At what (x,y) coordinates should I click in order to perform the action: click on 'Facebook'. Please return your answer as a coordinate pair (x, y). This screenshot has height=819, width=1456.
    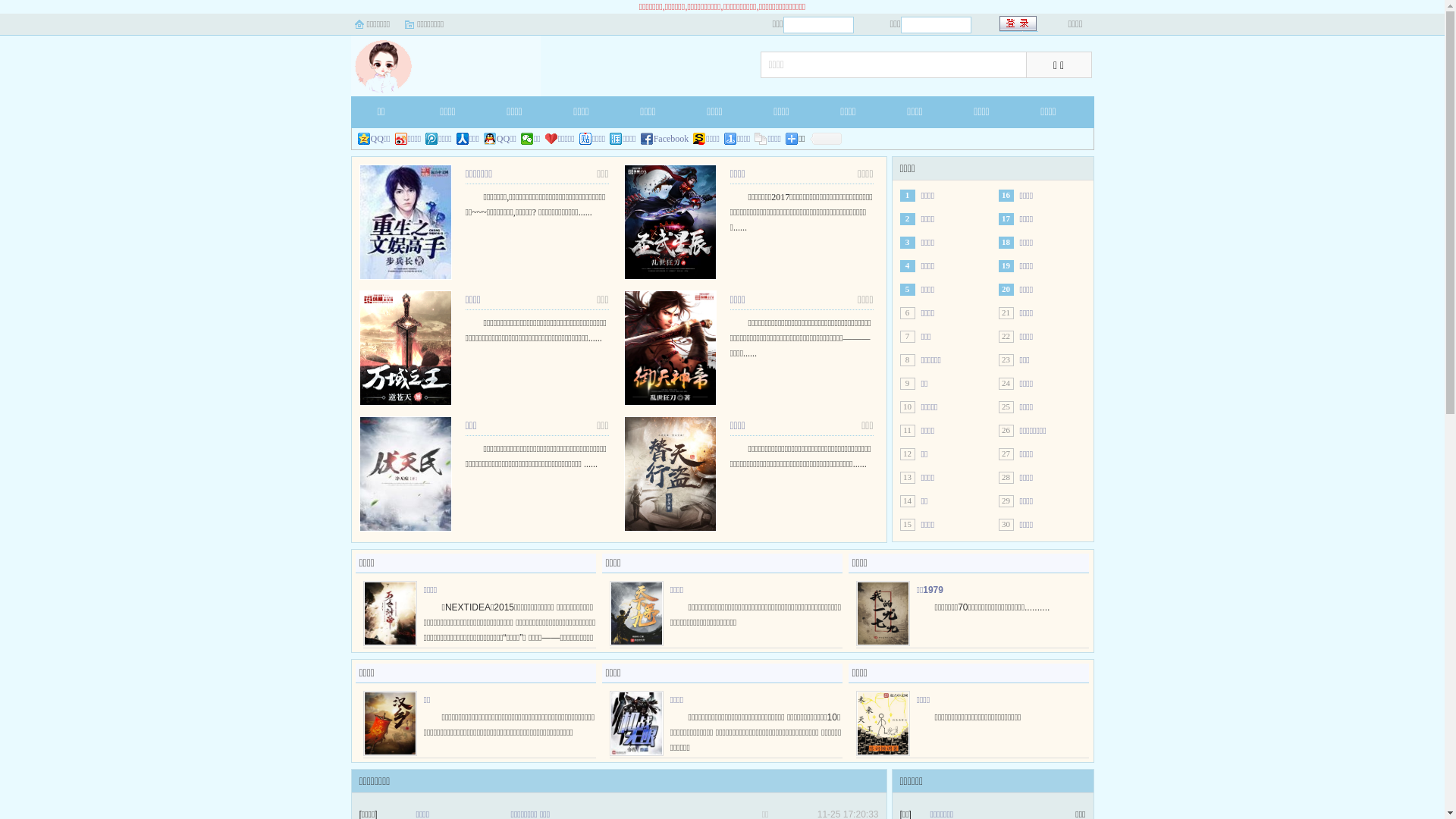
    Looking at the image, I should click on (640, 138).